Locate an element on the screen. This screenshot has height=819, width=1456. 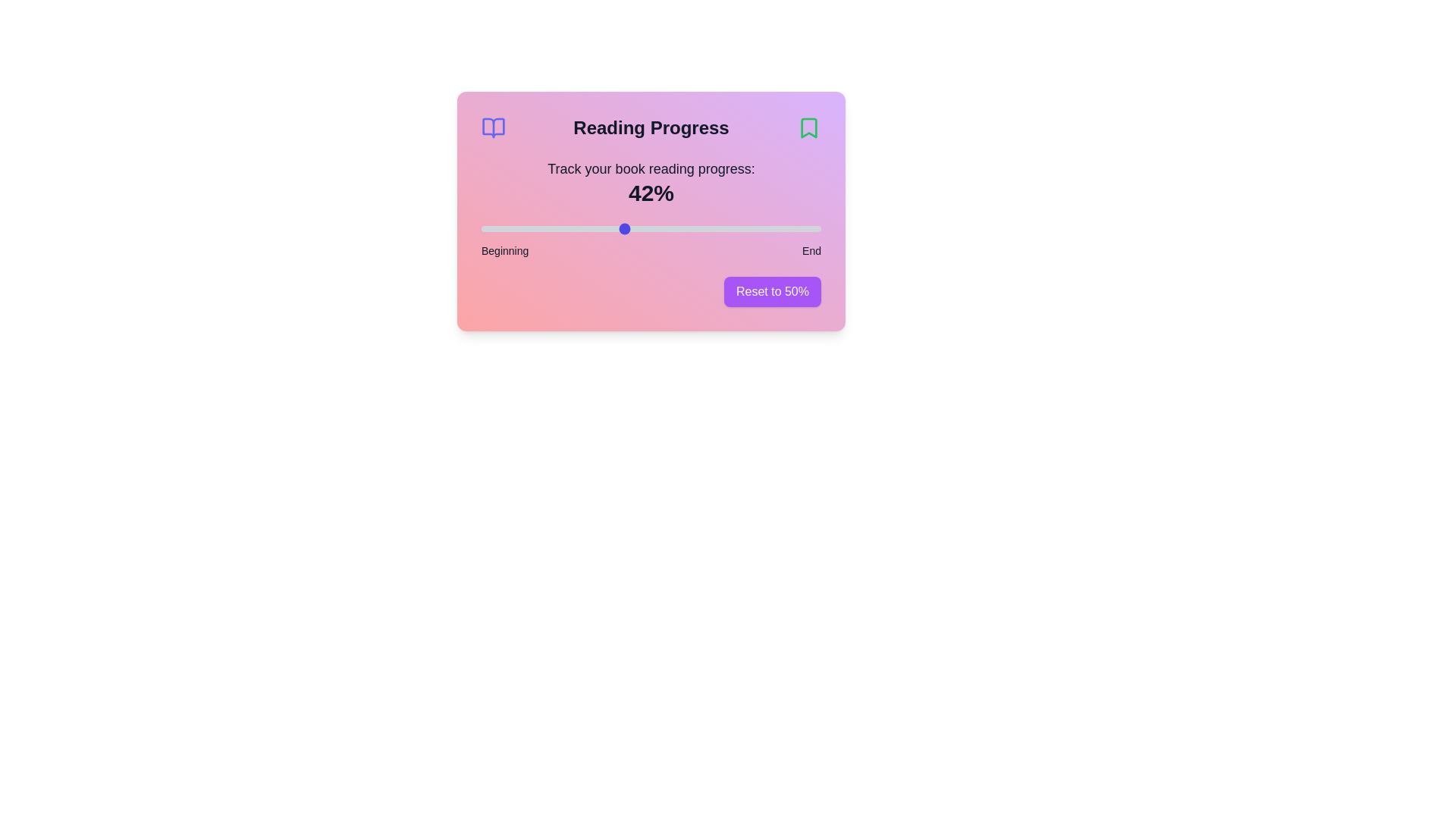
the reading progress slider to 26% is located at coordinates (569, 228).